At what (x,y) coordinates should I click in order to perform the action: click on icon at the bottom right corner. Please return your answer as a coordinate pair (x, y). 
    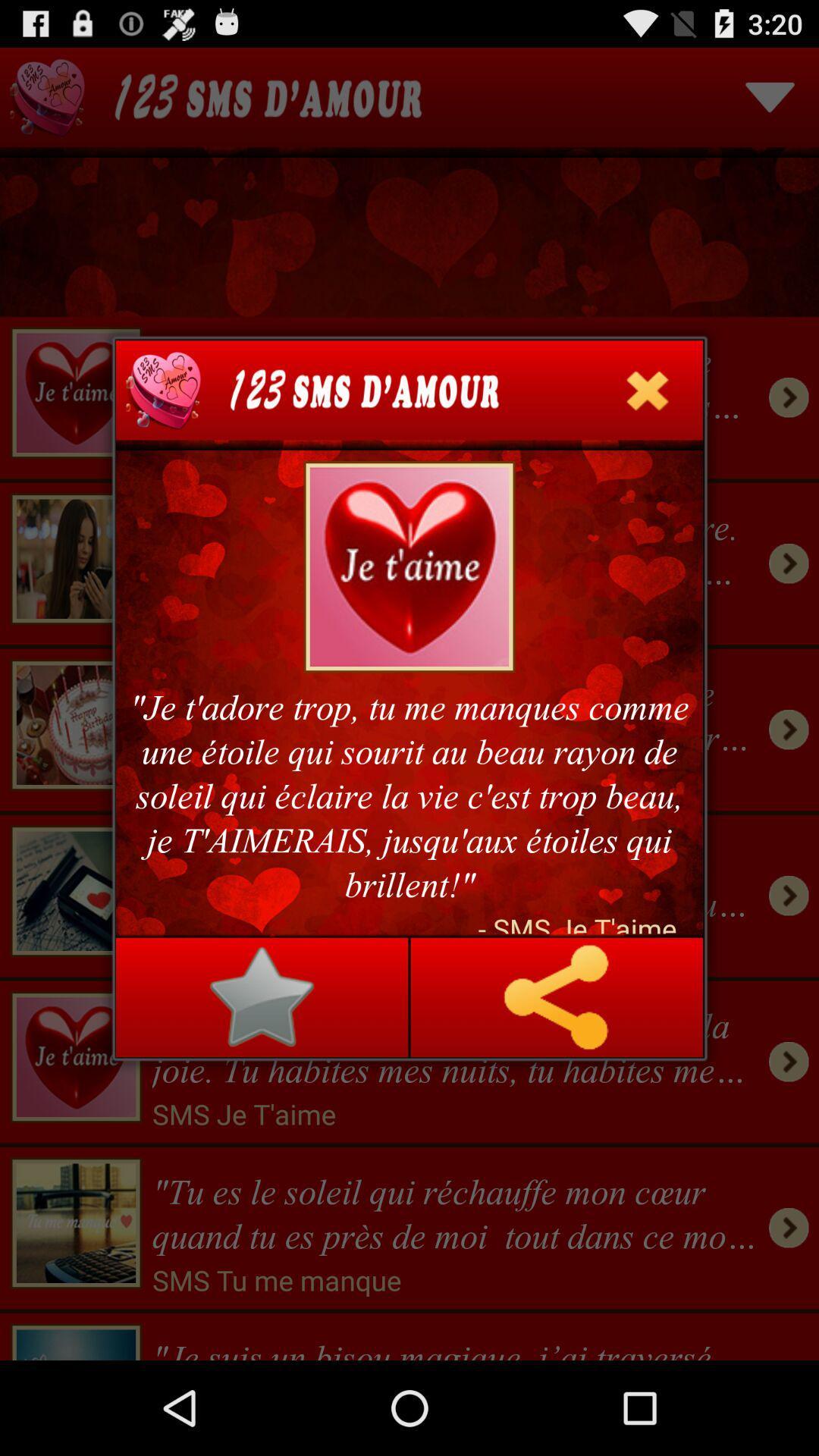
    Looking at the image, I should click on (556, 997).